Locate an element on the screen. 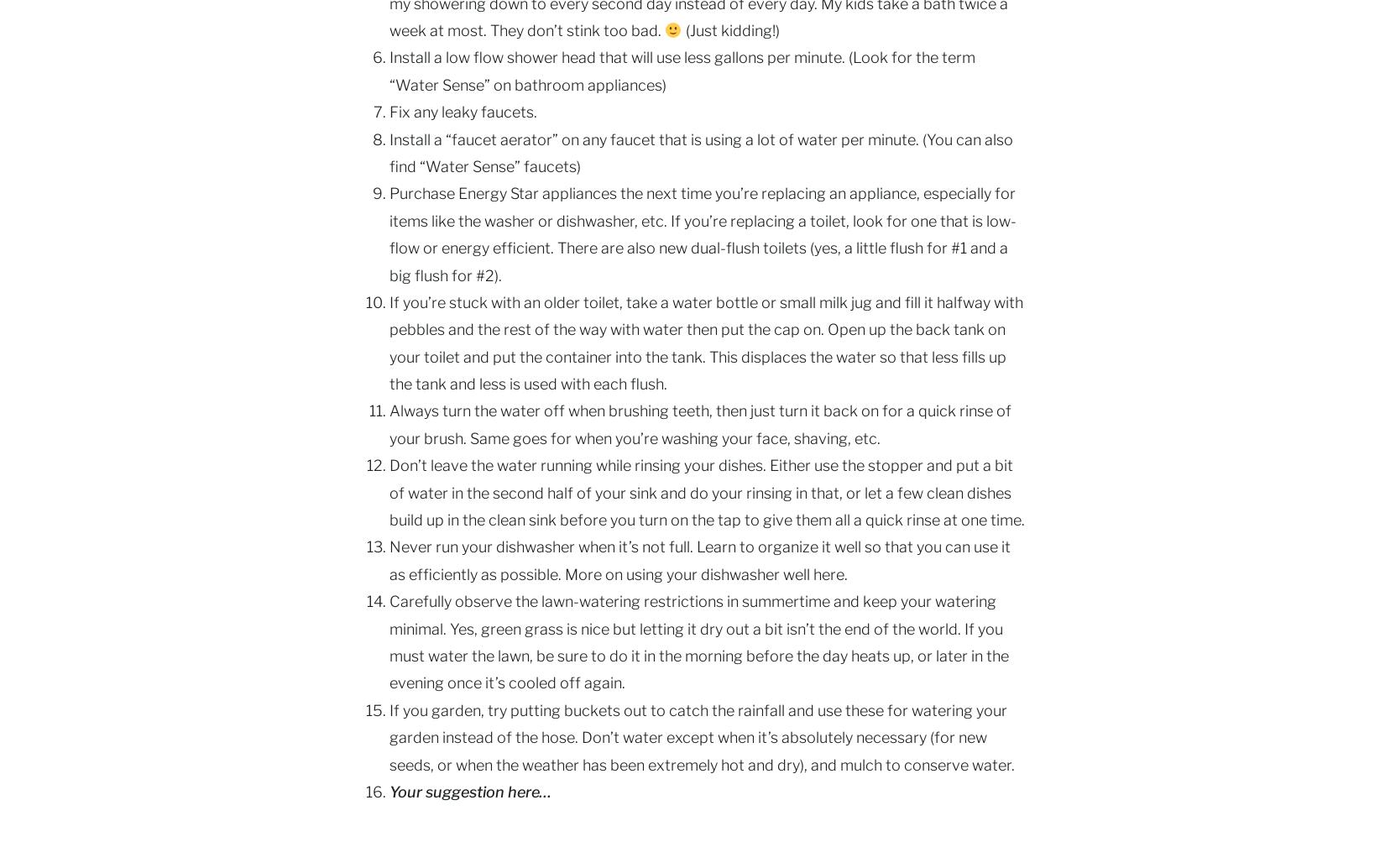 The height and width of the screenshot is (868, 1385). 'If you’re stuck with an older toilet, take a water bottle or small milk jug and fill it halfway with pebbles and the rest of the way with water then put the cap on. Open up the back tank on your toilet and put the container into the tank. This displaces the water so that less fills up the tank and less is used with each flush.' is located at coordinates (706, 342).